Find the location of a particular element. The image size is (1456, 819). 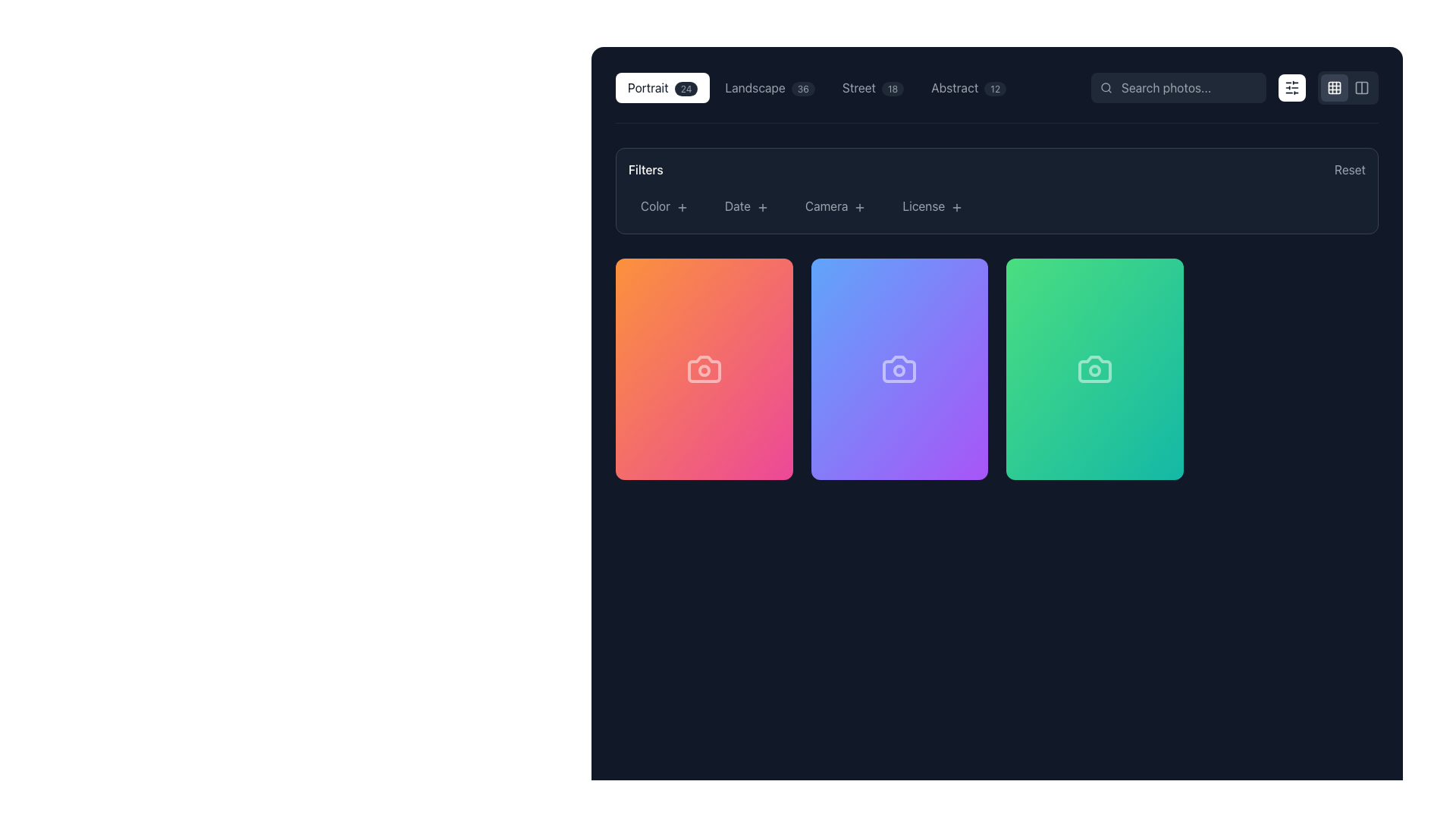

the circular share button with a semi-transparent black background located on the rightmost side of the horizontal button set is located at coordinates (1128, 283).